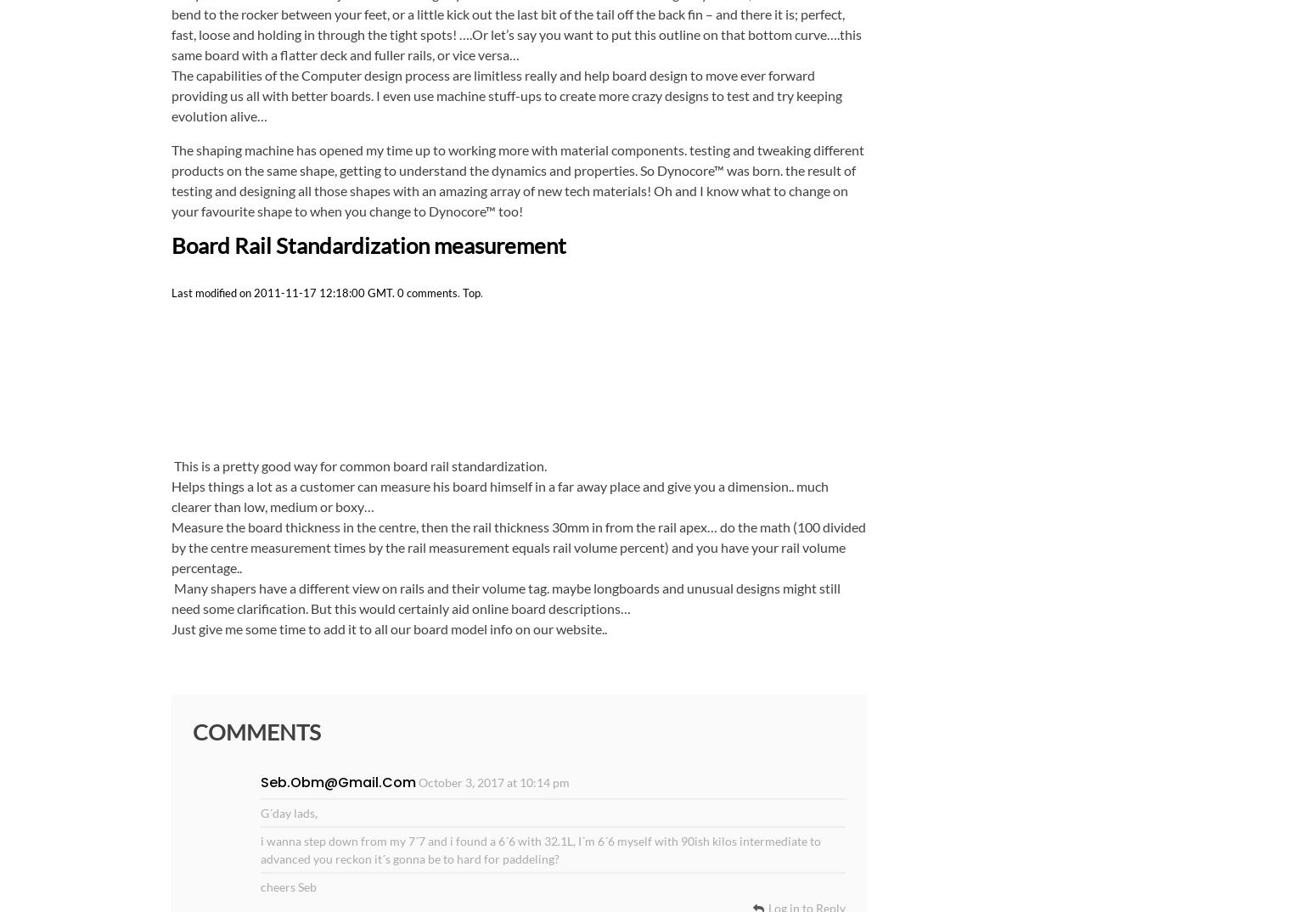  What do you see at coordinates (170, 245) in the screenshot?
I see `'Board Rail Standardization measurement'` at bounding box center [170, 245].